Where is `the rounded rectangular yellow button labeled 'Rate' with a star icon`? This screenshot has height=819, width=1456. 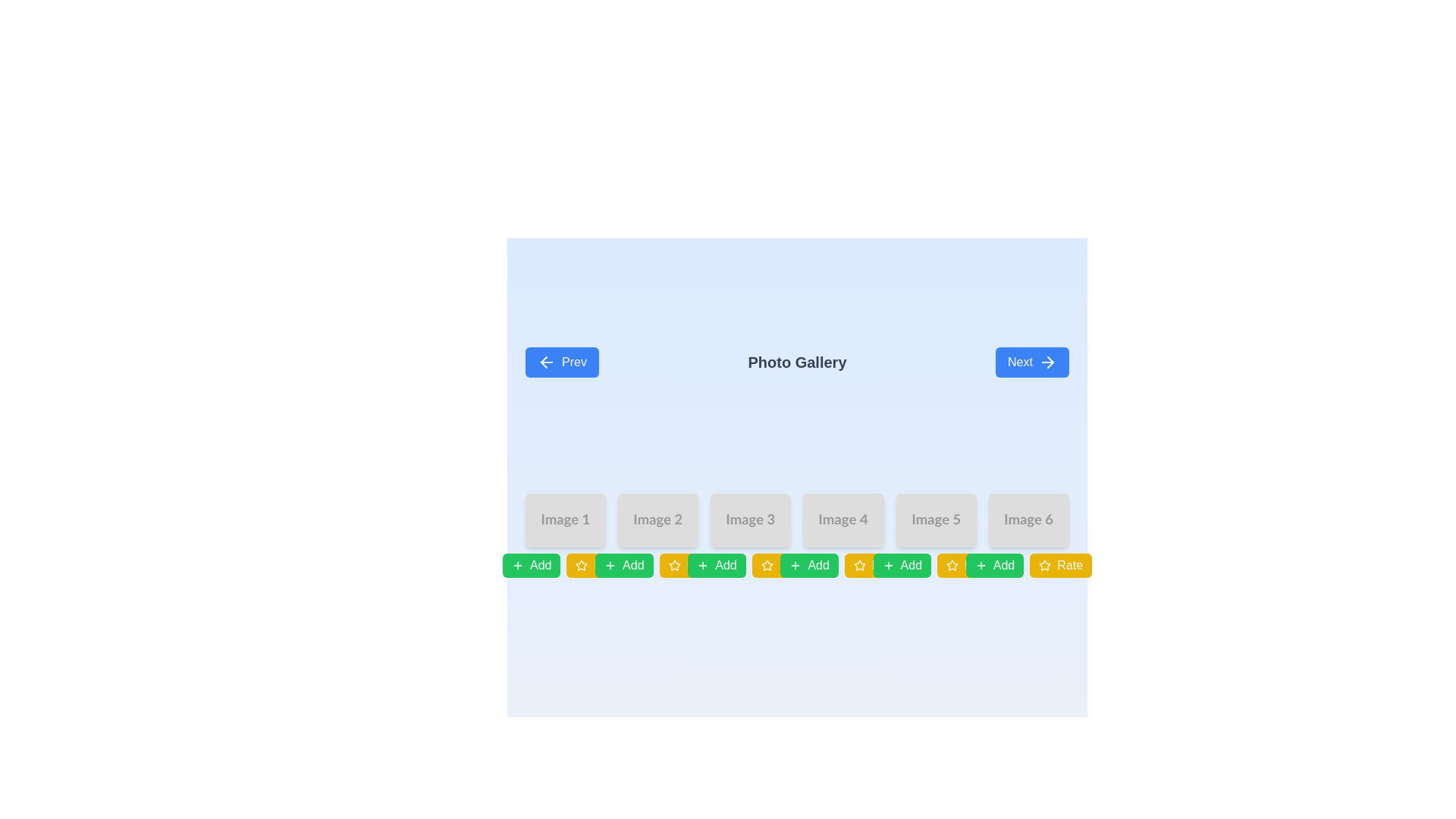
the rounded rectangular yellow button labeled 'Rate' with a star icon is located at coordinates (783, 565).